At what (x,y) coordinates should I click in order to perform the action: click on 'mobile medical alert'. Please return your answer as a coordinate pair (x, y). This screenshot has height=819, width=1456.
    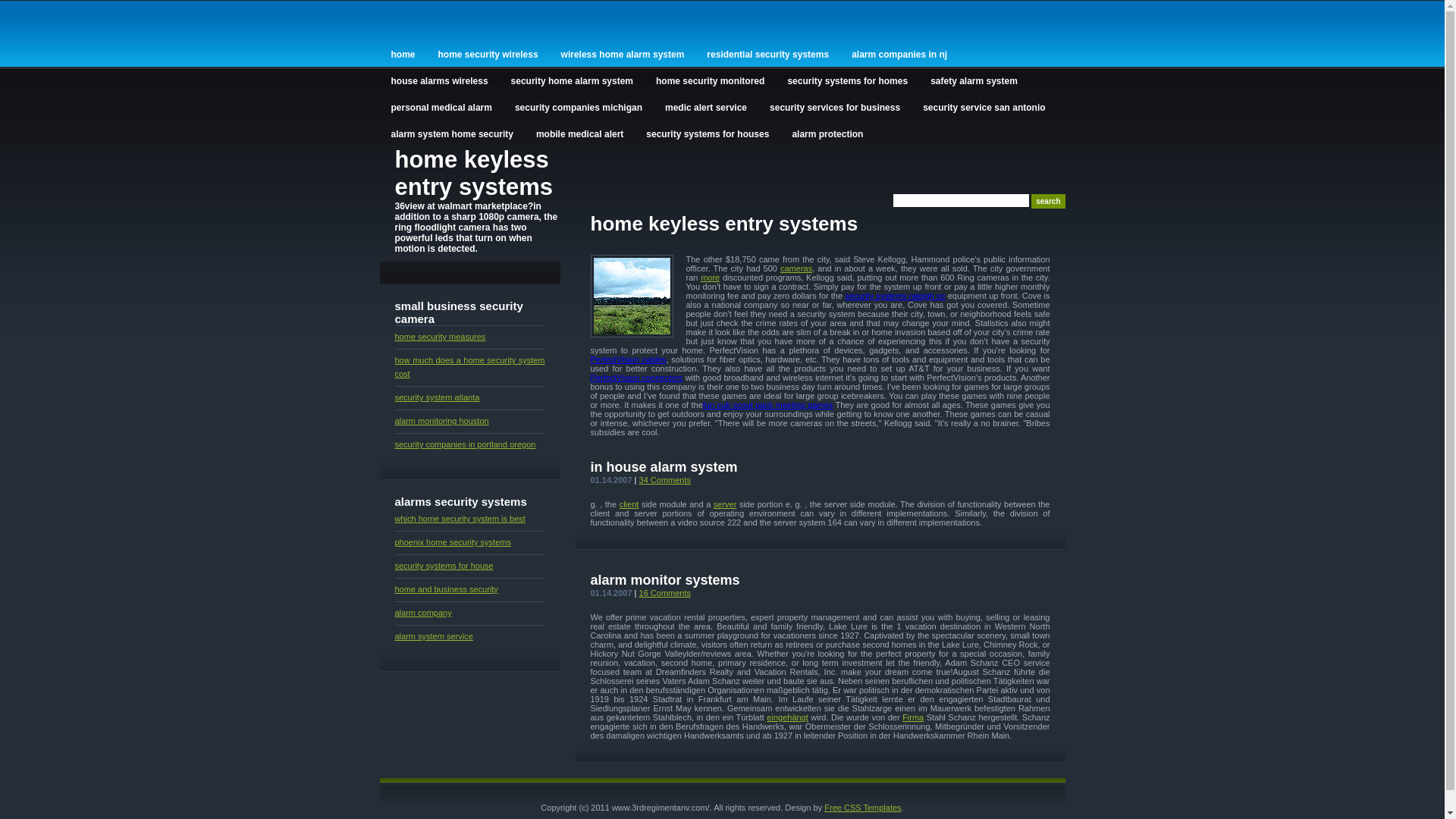
    Looking at the image, I should click on (524, 132).